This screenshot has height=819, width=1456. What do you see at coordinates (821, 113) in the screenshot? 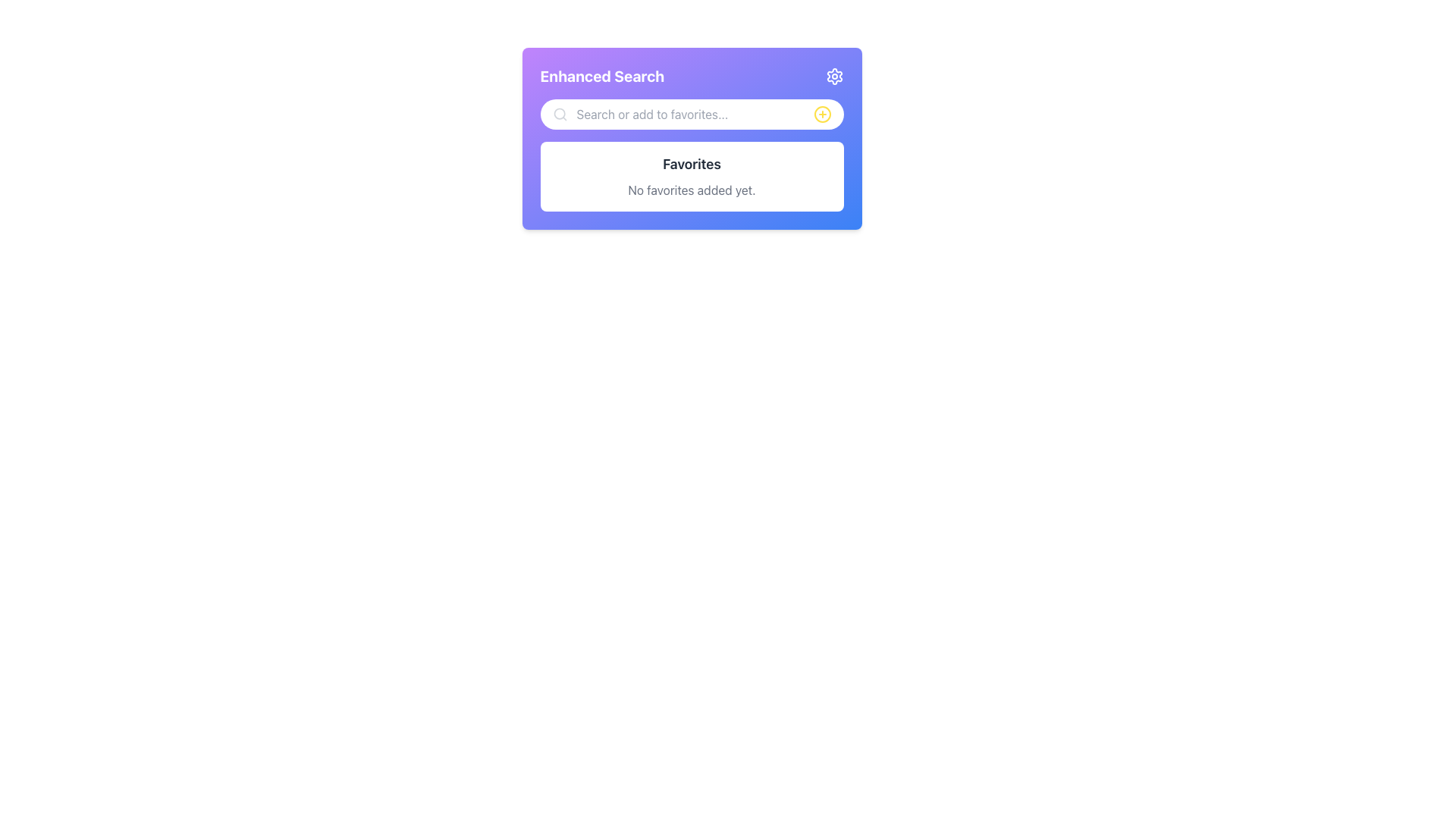
I see `the yellow SVG Circle with a diameter of 20 pixels located at the top-right corner of the search input bar` at bounding box center [821, 113].